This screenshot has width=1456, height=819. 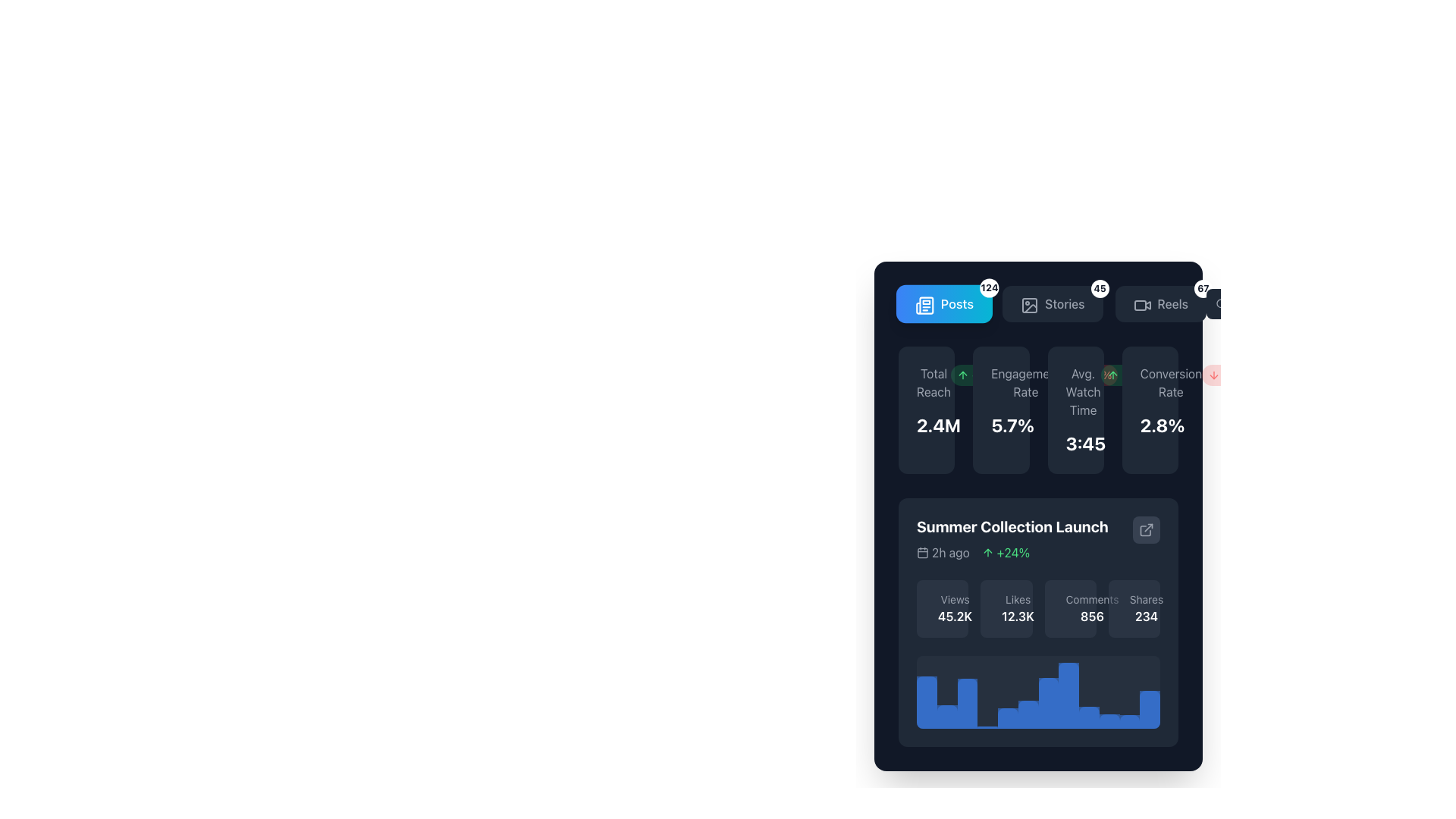 What do you see at coordinates (1230, 375) in the screenshot?
I see `the value of the label displaying the conversion rate percentage, which is styled with a red, translucent background and includes a downward arrow icon` at bounding box center [1230, 375].